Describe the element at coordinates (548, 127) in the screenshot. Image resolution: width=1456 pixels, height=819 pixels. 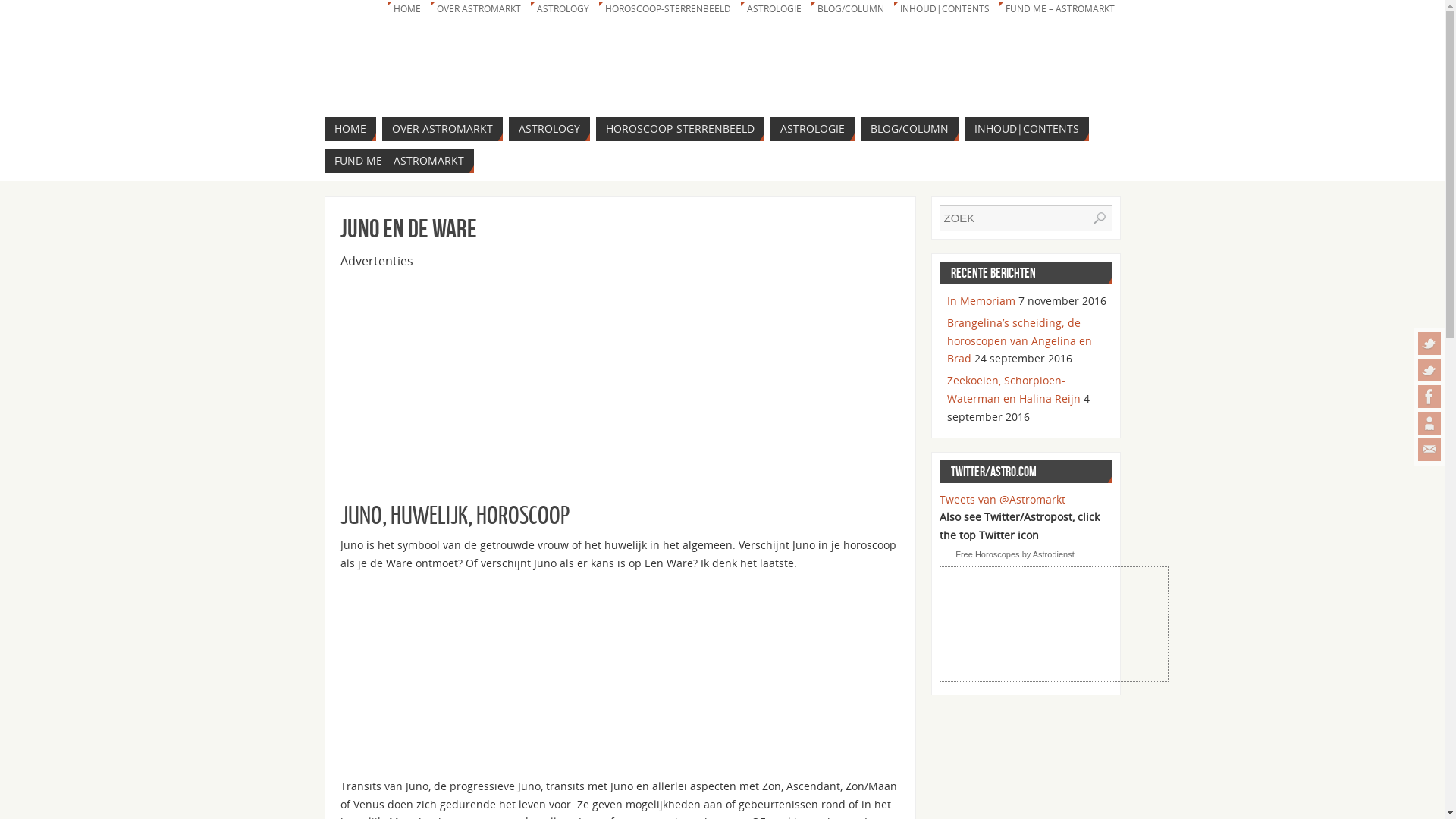
I see `'ASTROLOGY'` at that location.